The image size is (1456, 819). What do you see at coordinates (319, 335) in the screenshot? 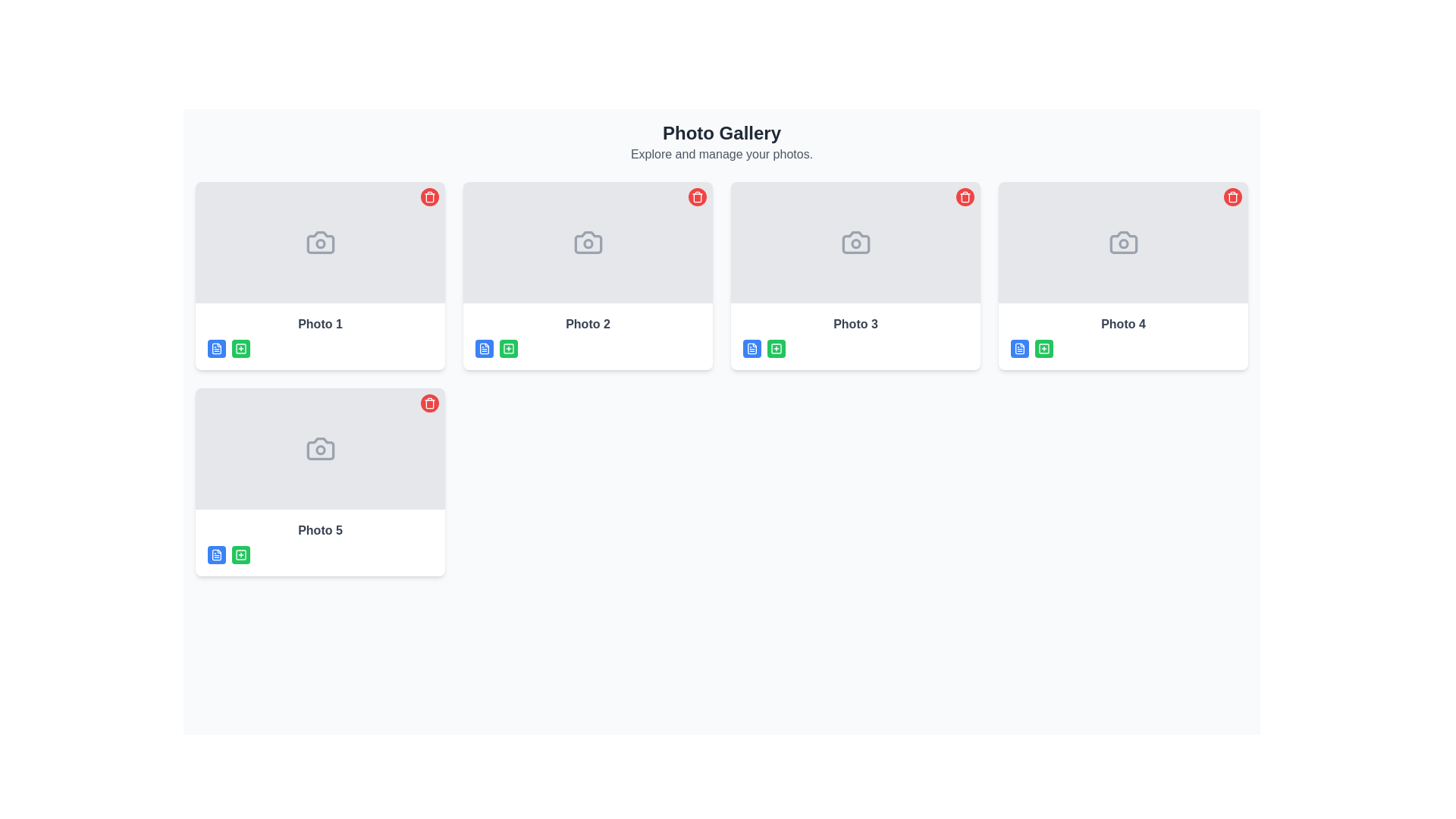
I see `the photo card element in the grid layout that features a camera icon and the text 'Photo 1' in bold gray font using keyboard shortcuts` at bounding box center [319, 335].